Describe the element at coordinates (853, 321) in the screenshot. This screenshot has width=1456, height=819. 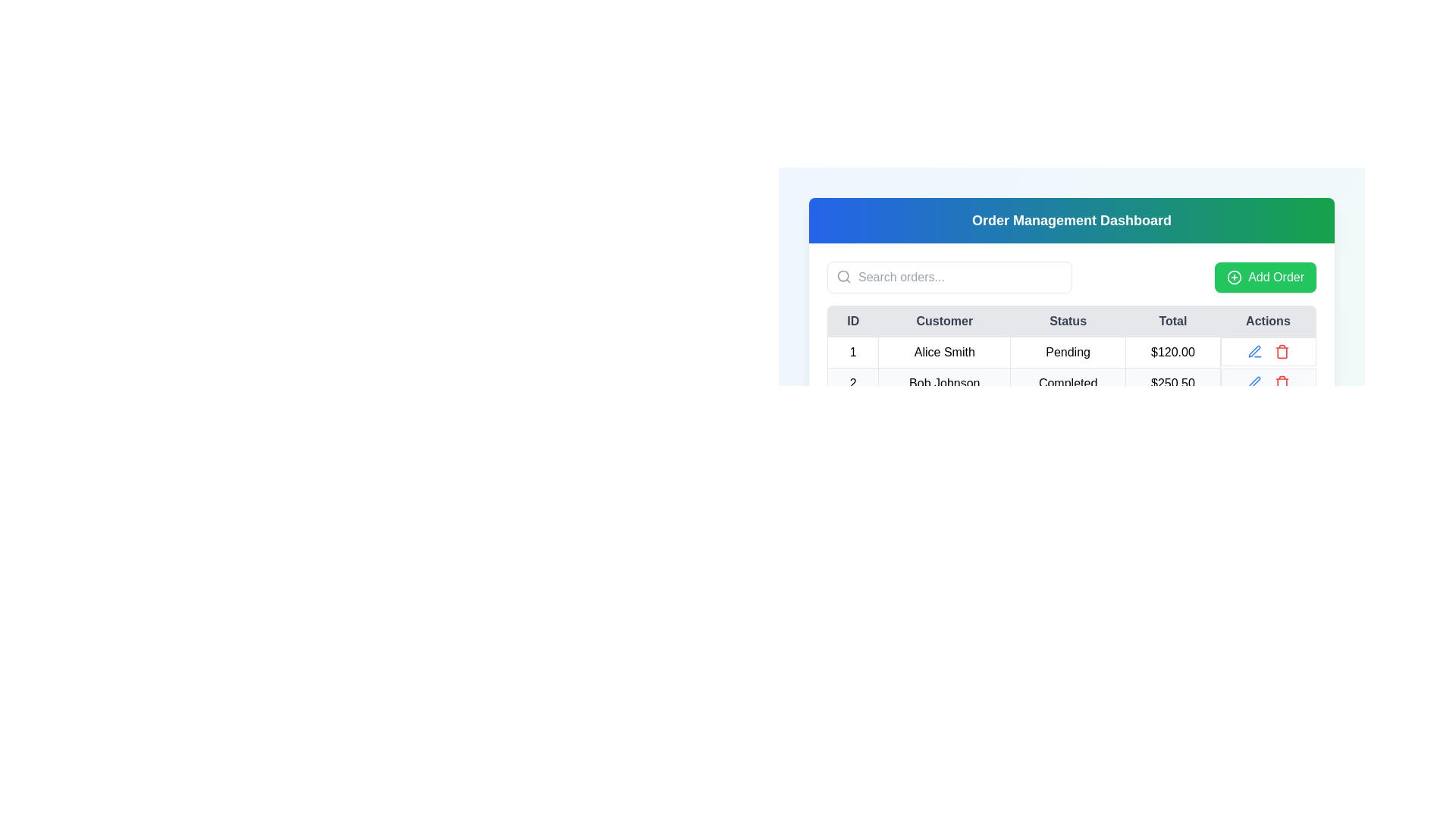
I see `the header cell displaying 'ID' in bold style within the table's header row, which has a light gray background and dark text` at that location.